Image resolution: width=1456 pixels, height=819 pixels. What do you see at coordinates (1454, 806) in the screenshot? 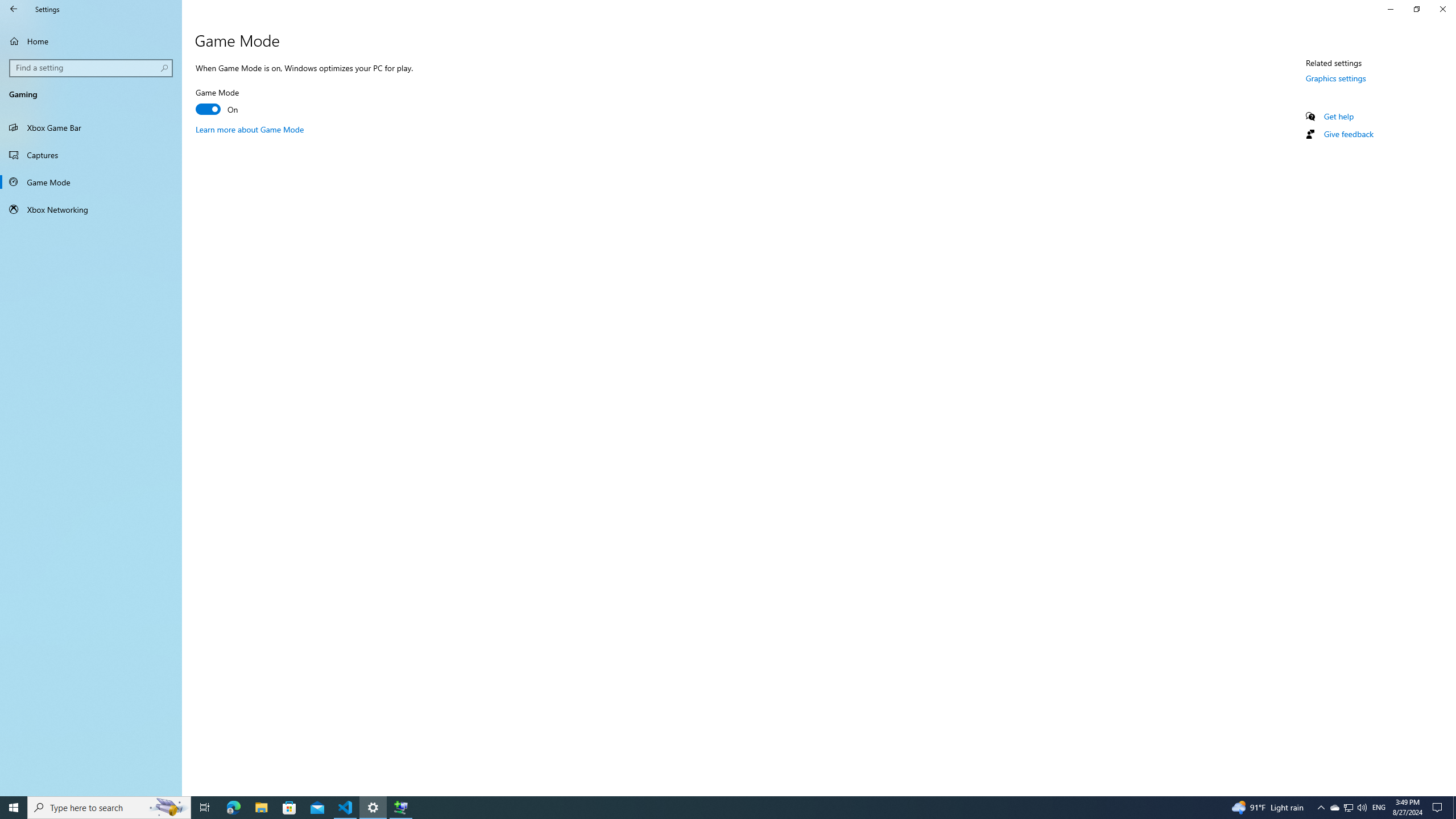
I see `'Show desktop'` at bounding box center [1454, 806].